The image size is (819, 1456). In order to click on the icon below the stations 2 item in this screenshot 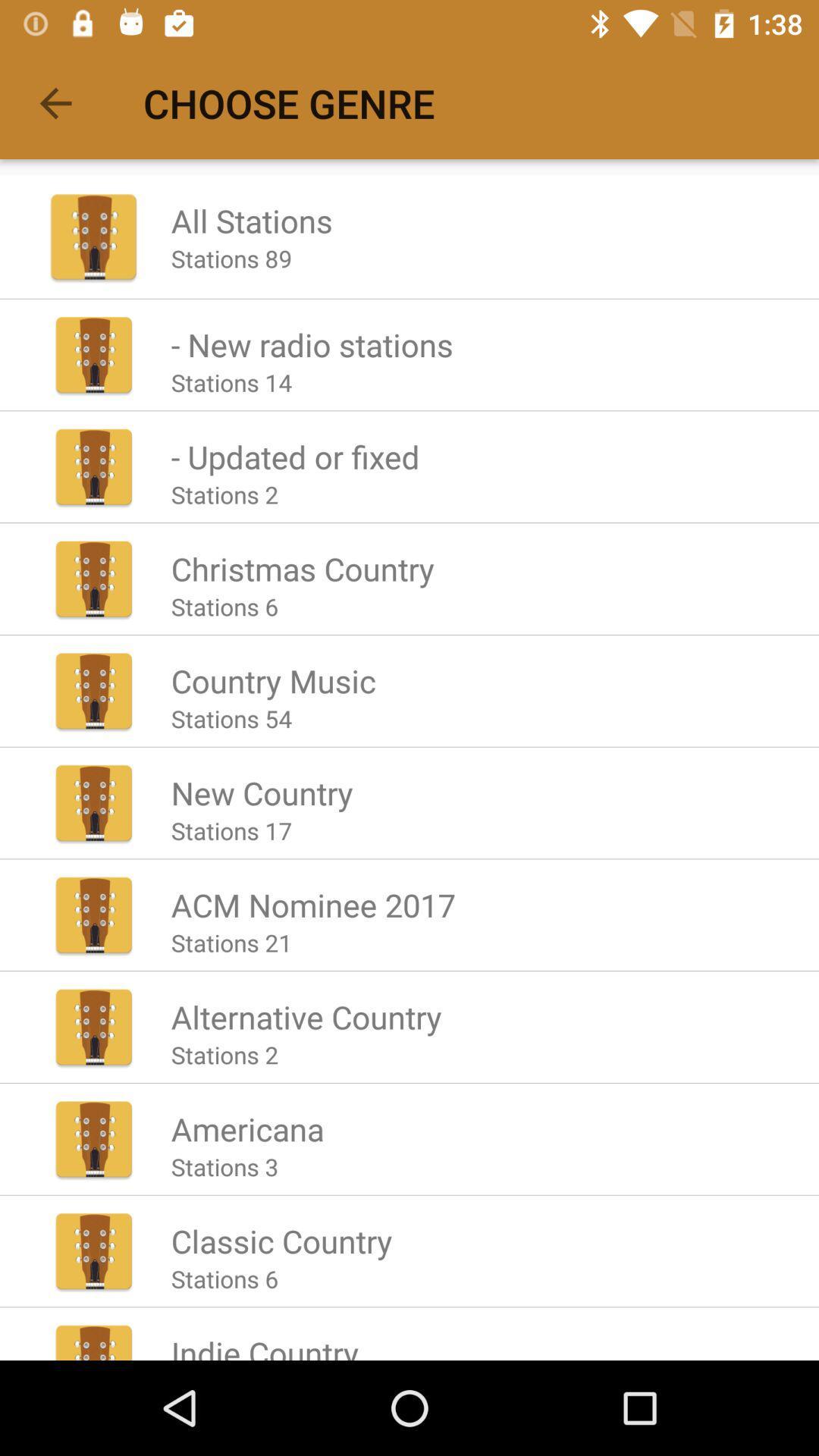, I will do `click(303, 567)`.